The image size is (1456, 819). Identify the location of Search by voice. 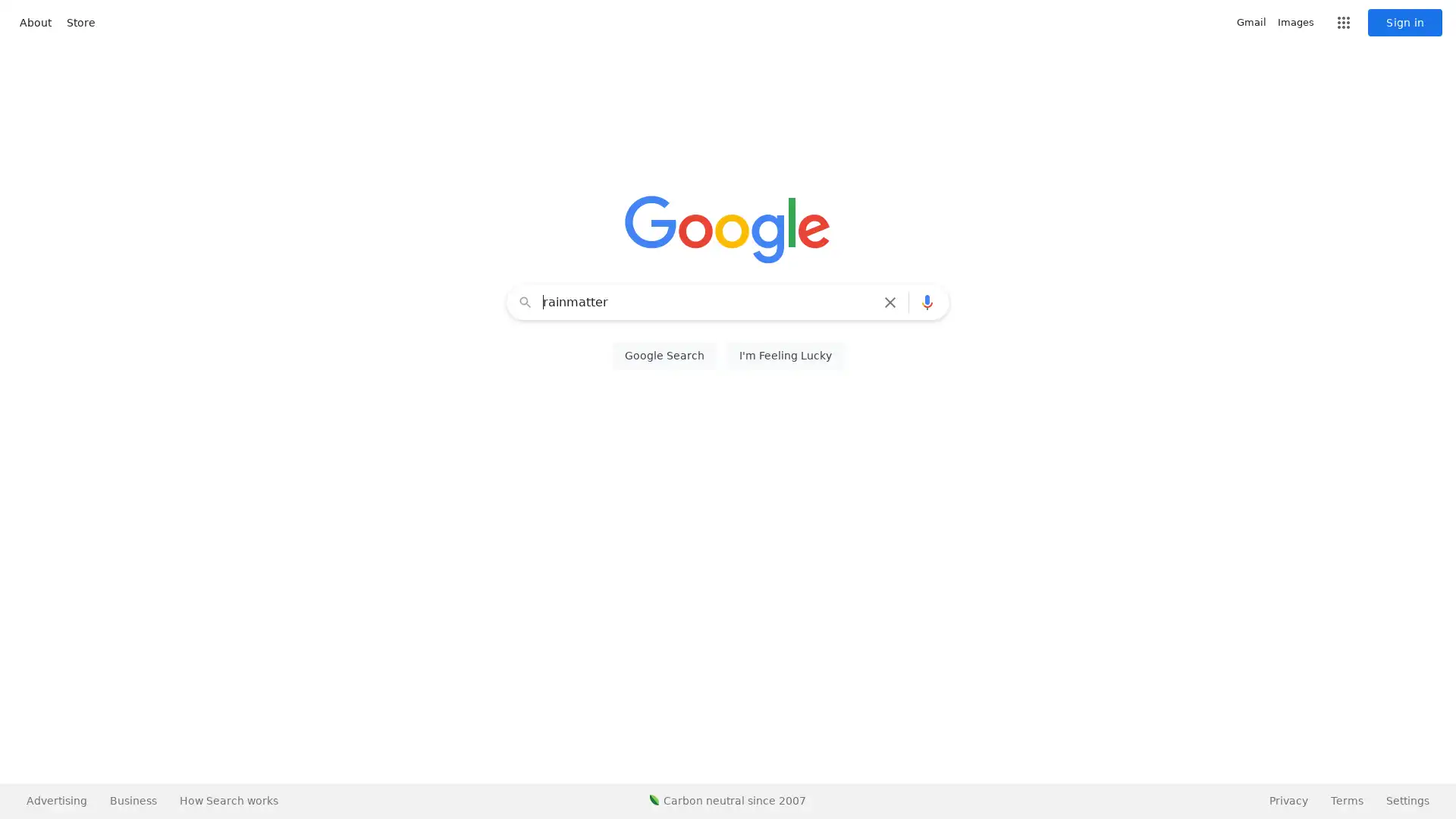
(927, 302).